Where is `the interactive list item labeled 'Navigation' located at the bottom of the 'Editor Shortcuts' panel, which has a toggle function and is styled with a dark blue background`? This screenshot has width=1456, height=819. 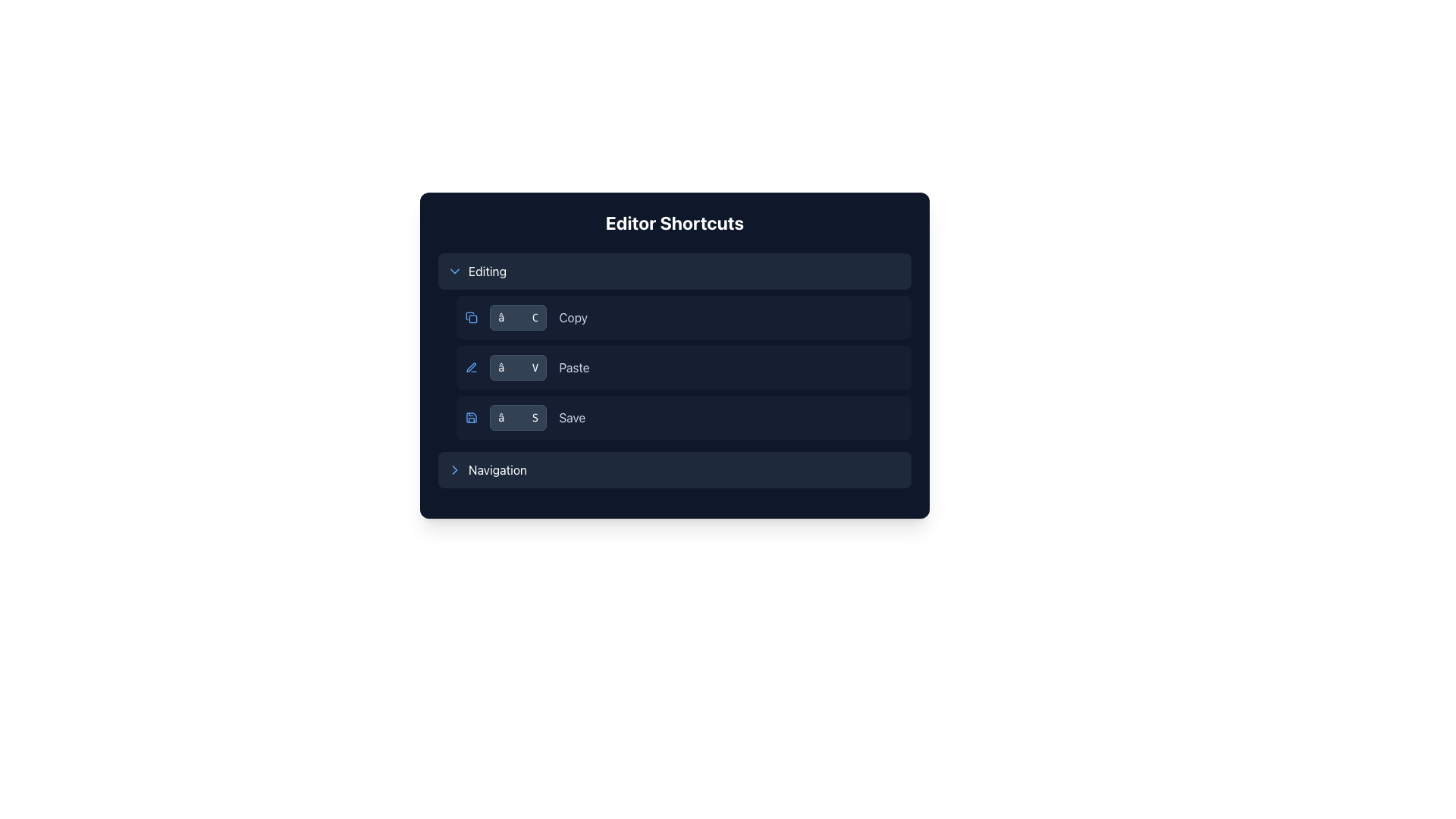
the interactive list item labeled 'Navigation' located at the bottom of the 'Editor Shortcuts' panel, which has a toggle function and is styled with a dark blue background is located at coordinates (673, 469).